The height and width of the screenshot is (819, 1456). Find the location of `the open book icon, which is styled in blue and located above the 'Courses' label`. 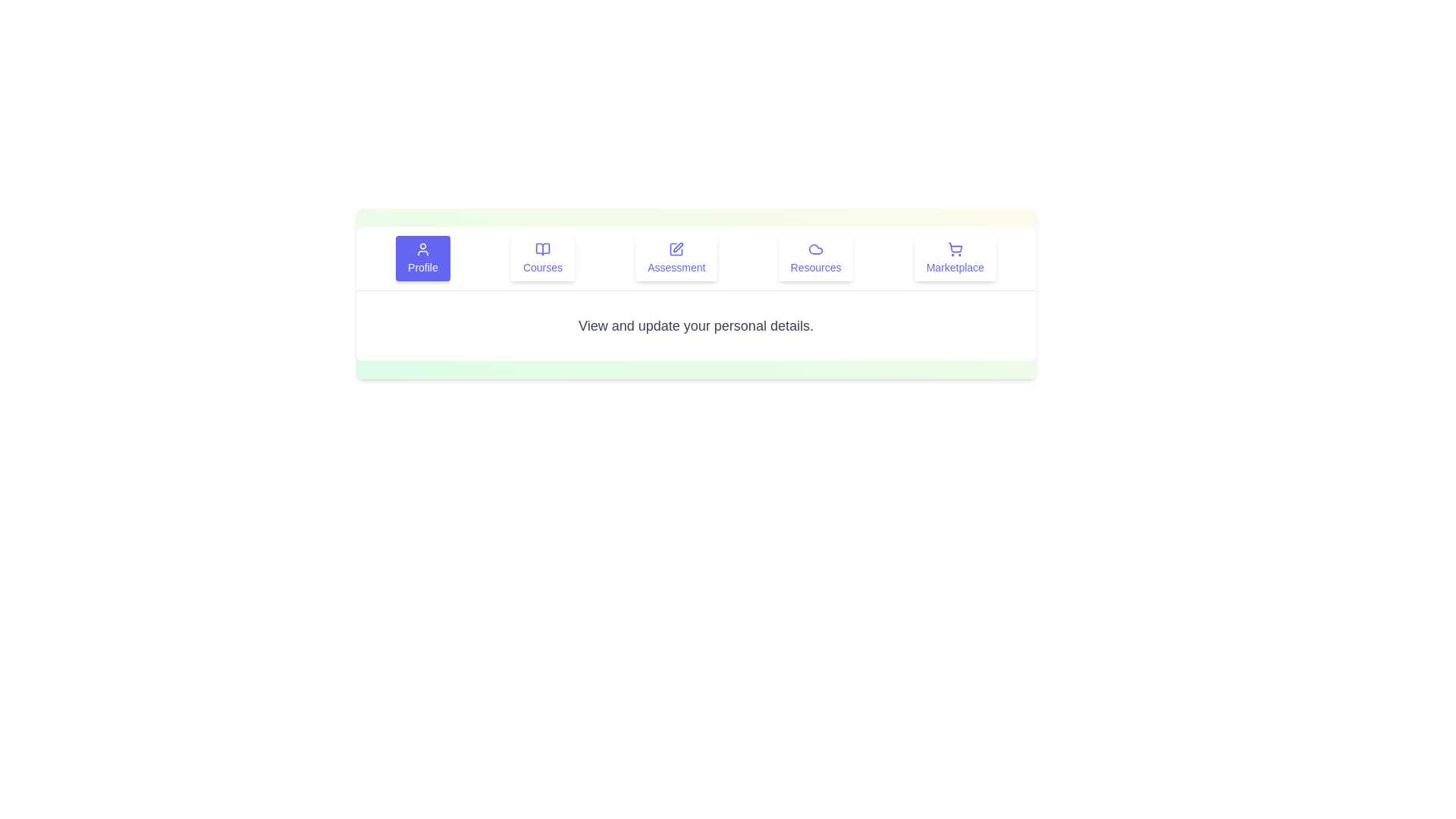

the open book icon, which is styled in blue and located above the 'Courses' label is located at coordinates (542, 248).